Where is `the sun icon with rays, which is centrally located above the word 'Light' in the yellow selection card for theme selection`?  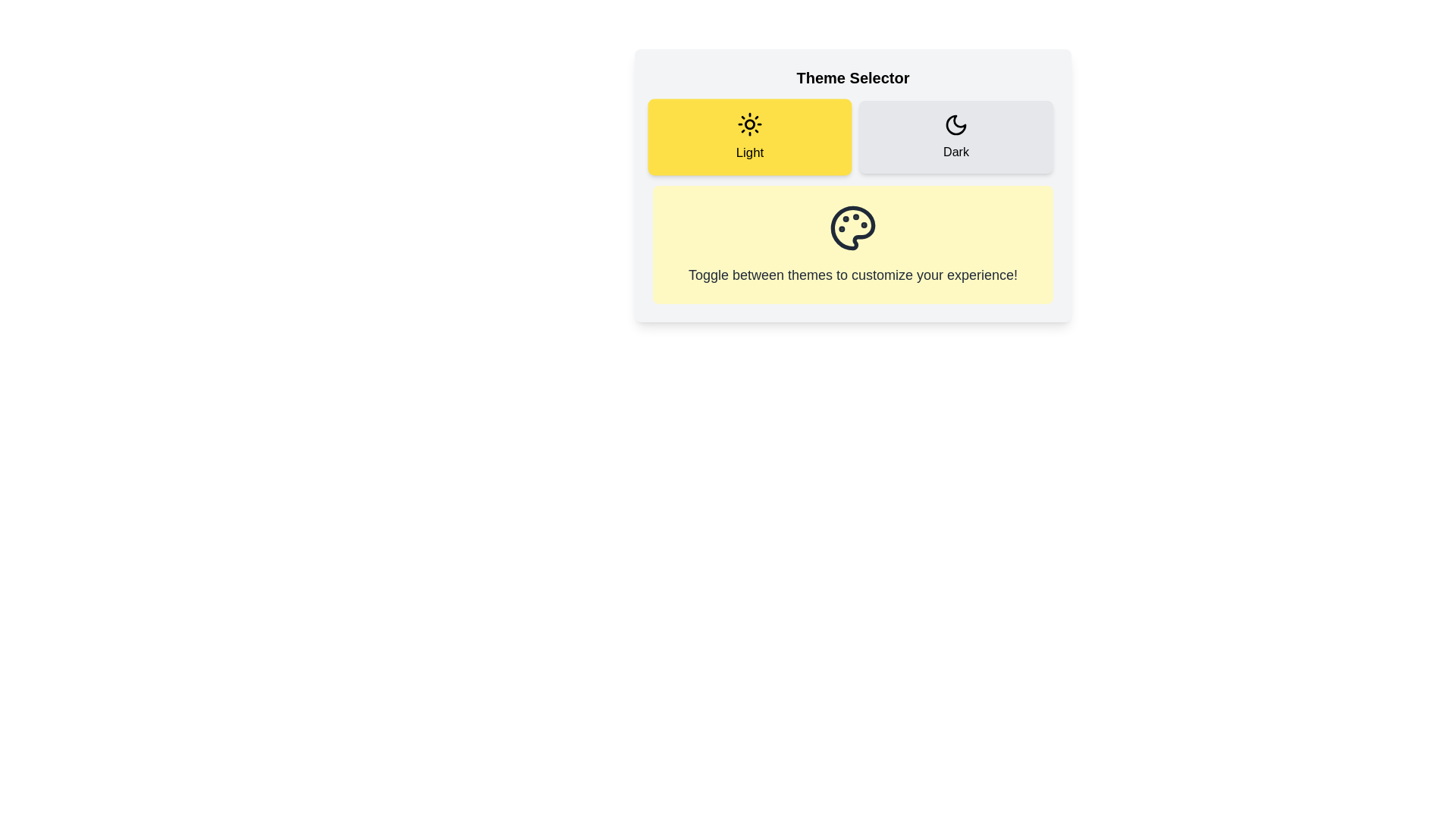 the sun icon with rays, which is centrally located above the word 'Light' in the yellow selection card for theme selection is located at coordinates (749, 124).